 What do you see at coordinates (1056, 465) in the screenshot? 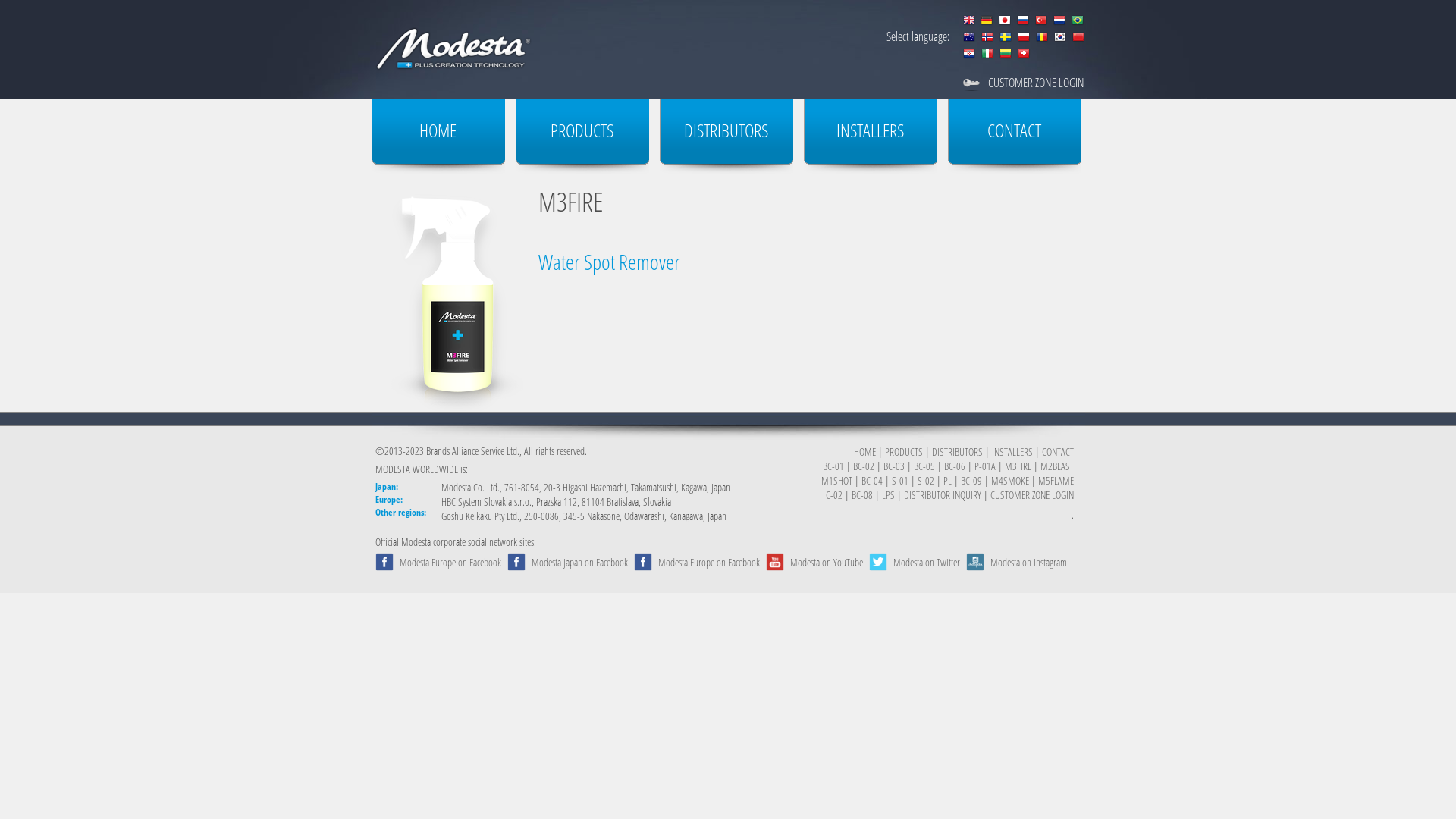
I see `'M2BLAST'` at bounding box center [1056, 465].